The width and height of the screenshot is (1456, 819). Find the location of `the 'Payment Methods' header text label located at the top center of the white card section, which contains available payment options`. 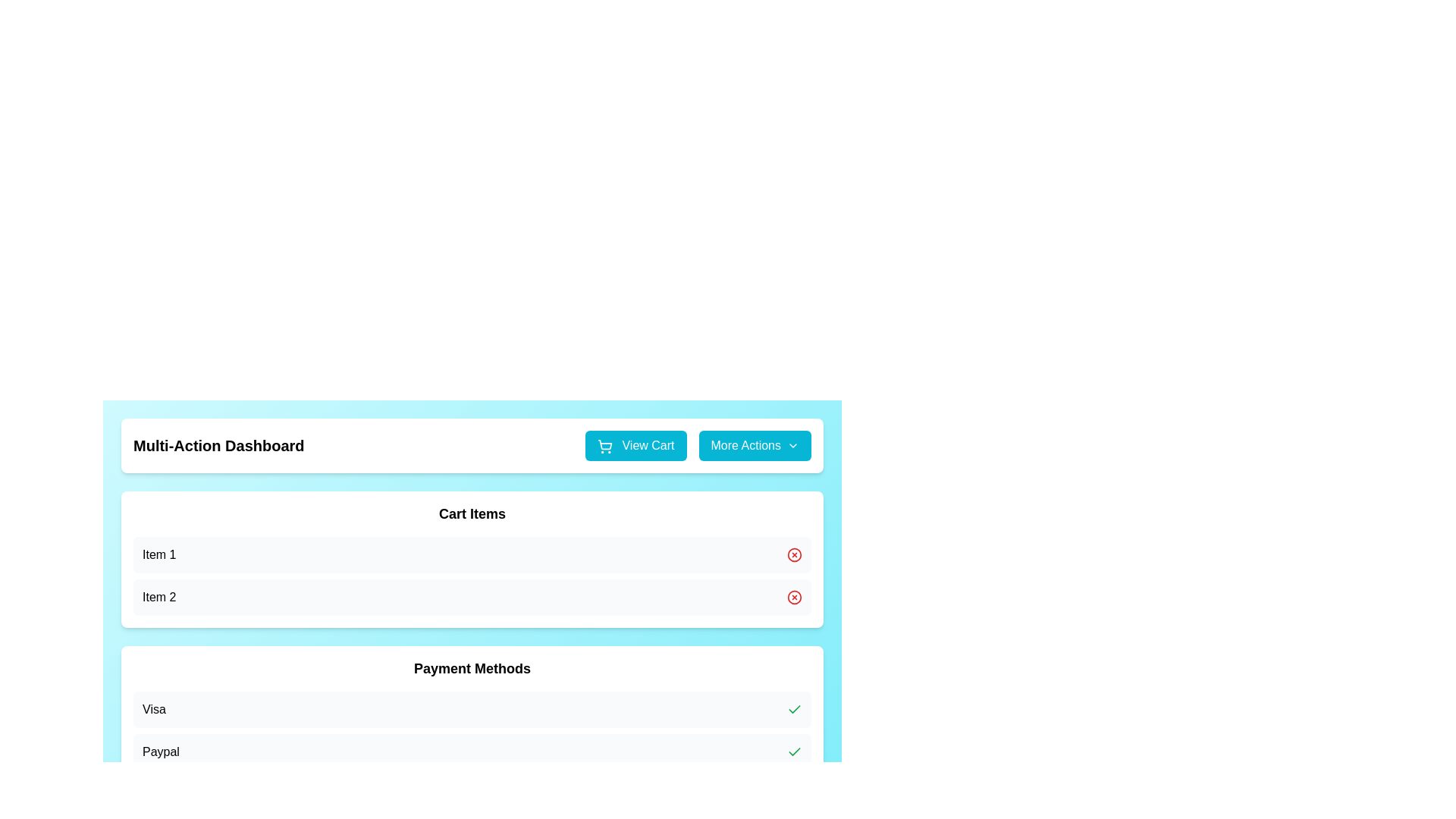

the 'Payment Methods' header text label located at the top center of the white card section, which contains available payment options is located at coordinates (472, 668).